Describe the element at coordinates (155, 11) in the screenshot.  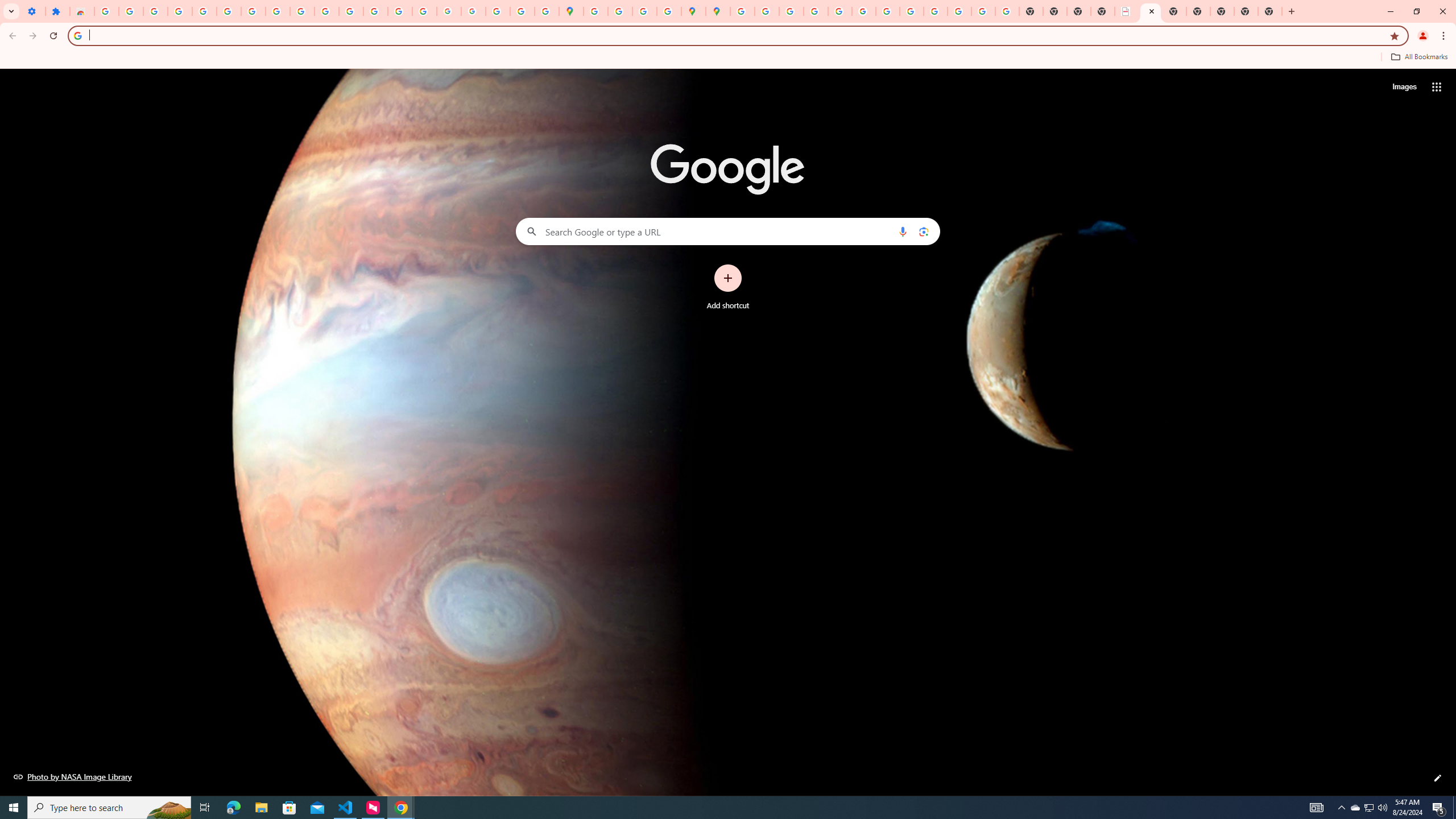
I see `'Delete photos & videos - Computer - Google Photos Help'` at that location.